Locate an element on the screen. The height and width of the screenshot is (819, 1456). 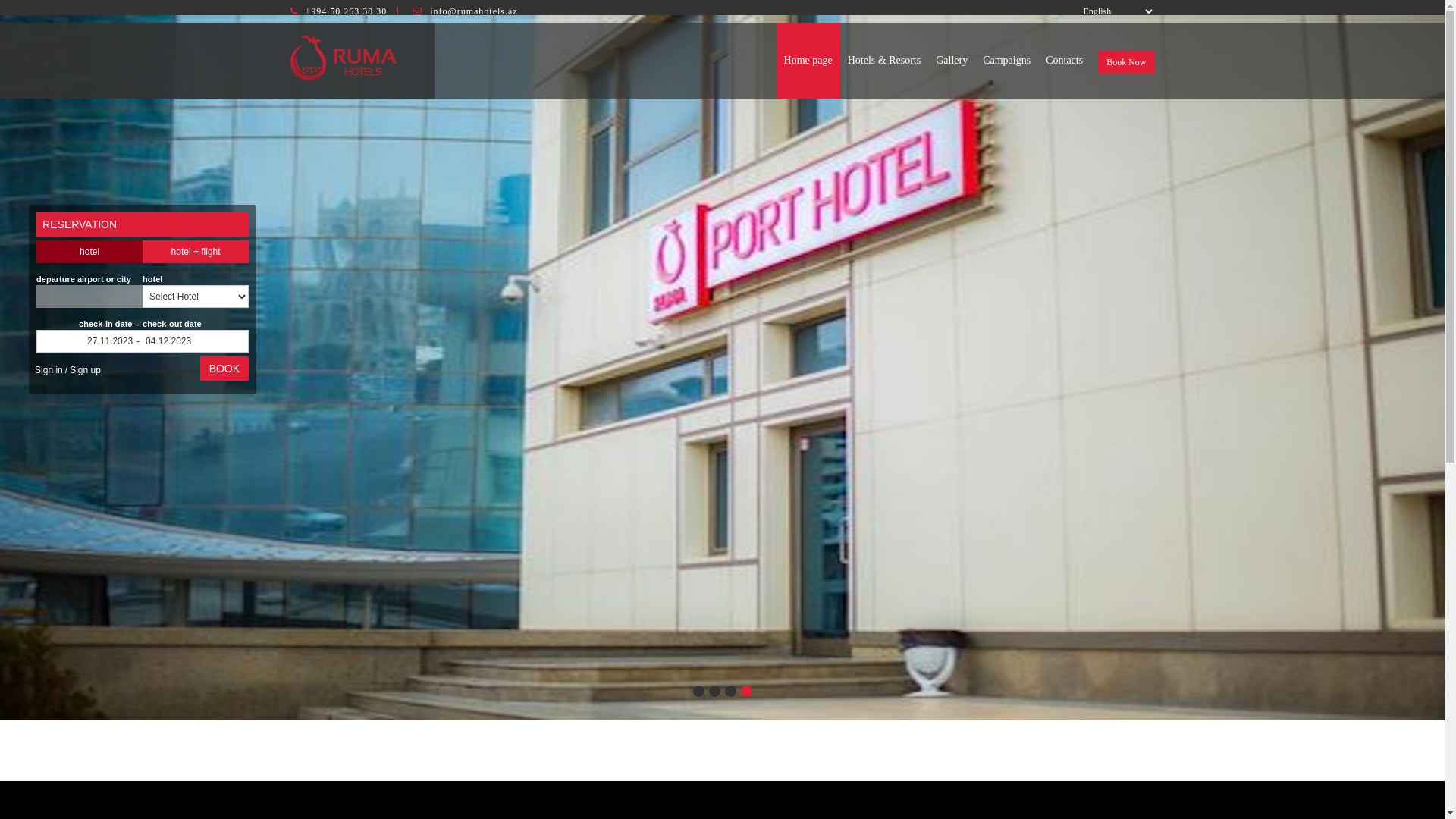
'Book Now' is located at coordinates (1125, 61).